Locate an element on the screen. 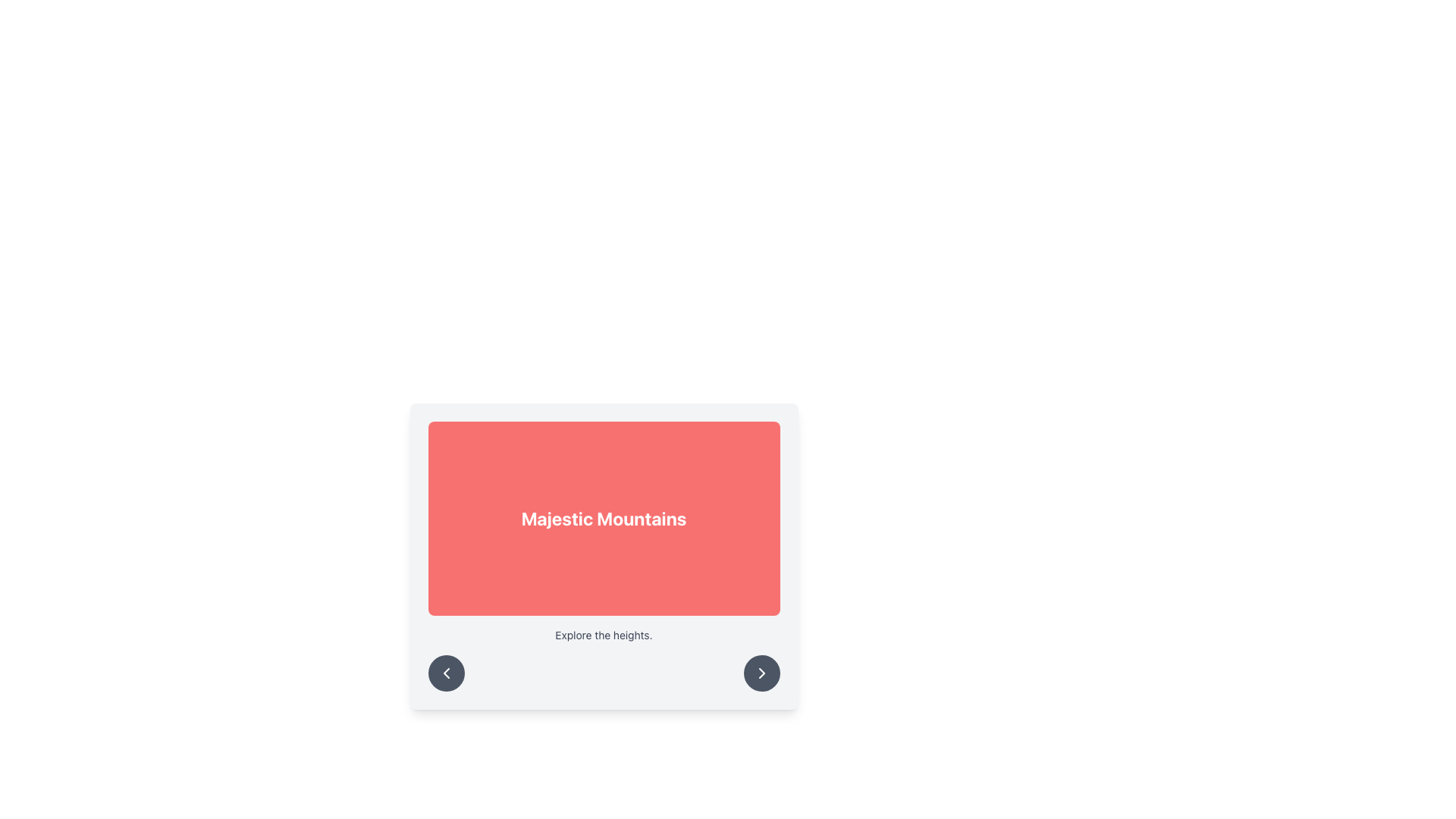  the right arrow icon embedded within the dark circular button located at the bottom-right corner of the interface is located at coordinates (761, 672).